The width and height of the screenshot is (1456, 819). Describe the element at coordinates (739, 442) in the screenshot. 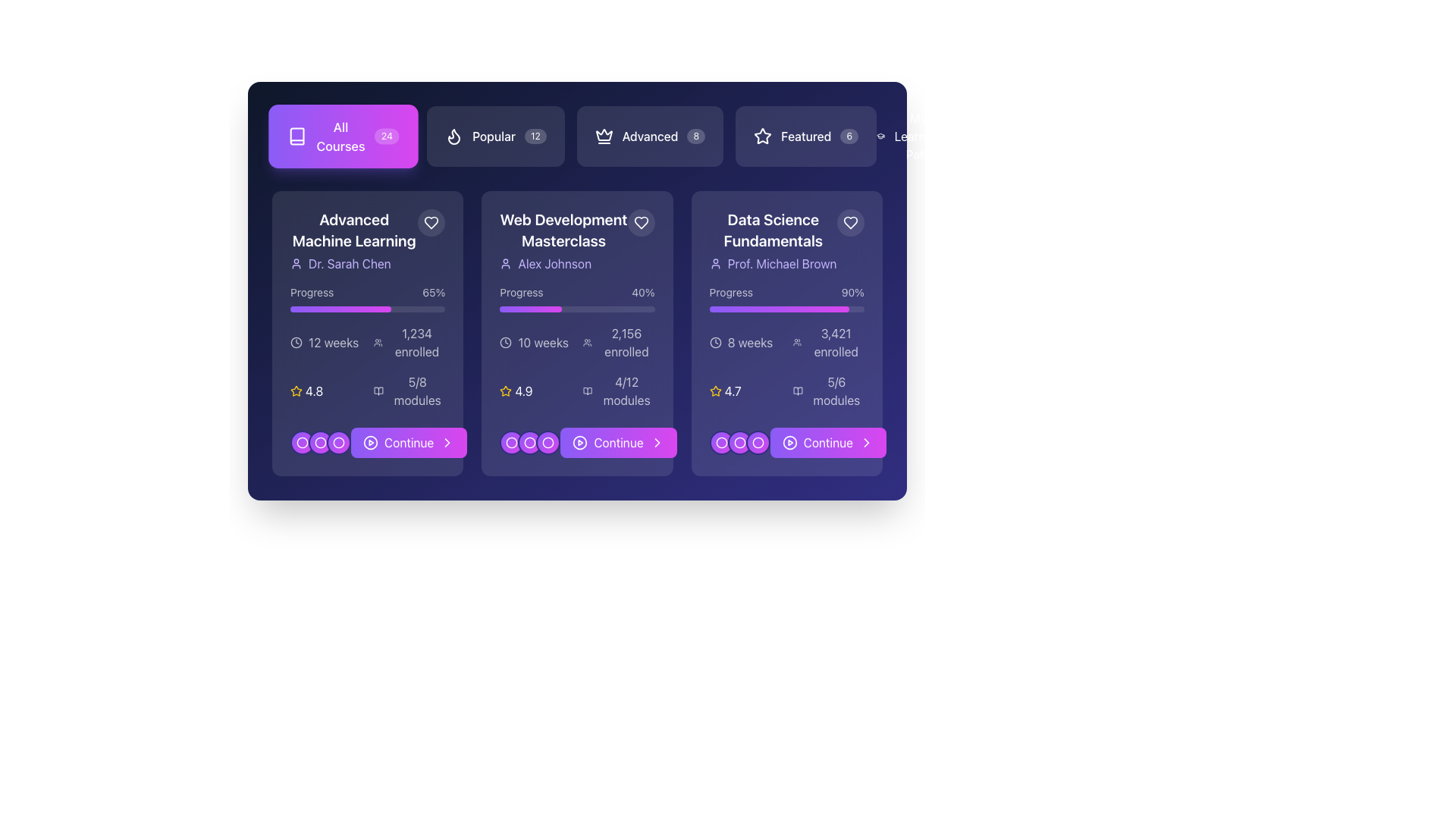

I see `the purple gradient circle icon at the bottom center of the 'Data Science Fundamentals' card` at that location.